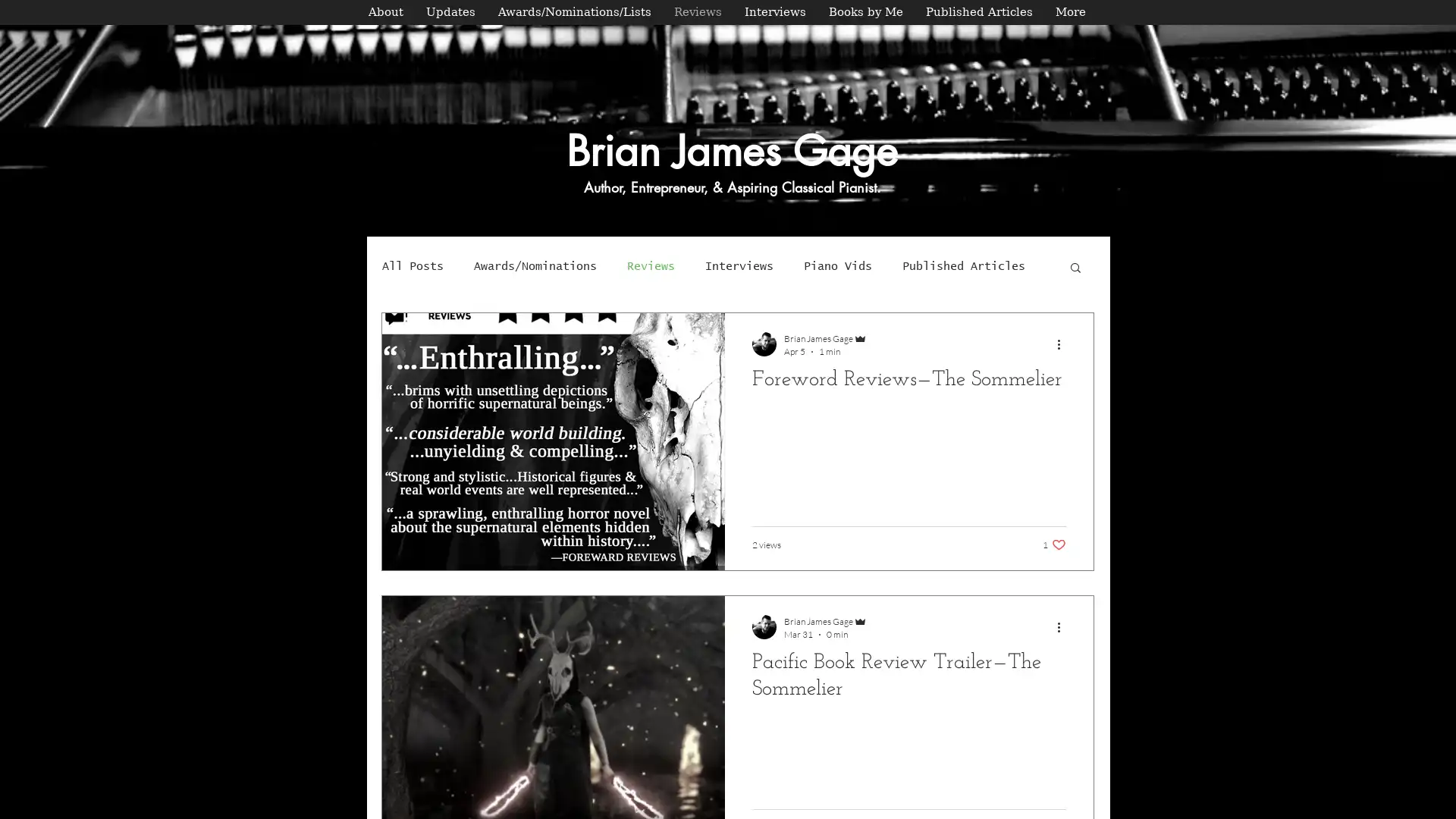  I want to click on More actions, so click(1062, 344).